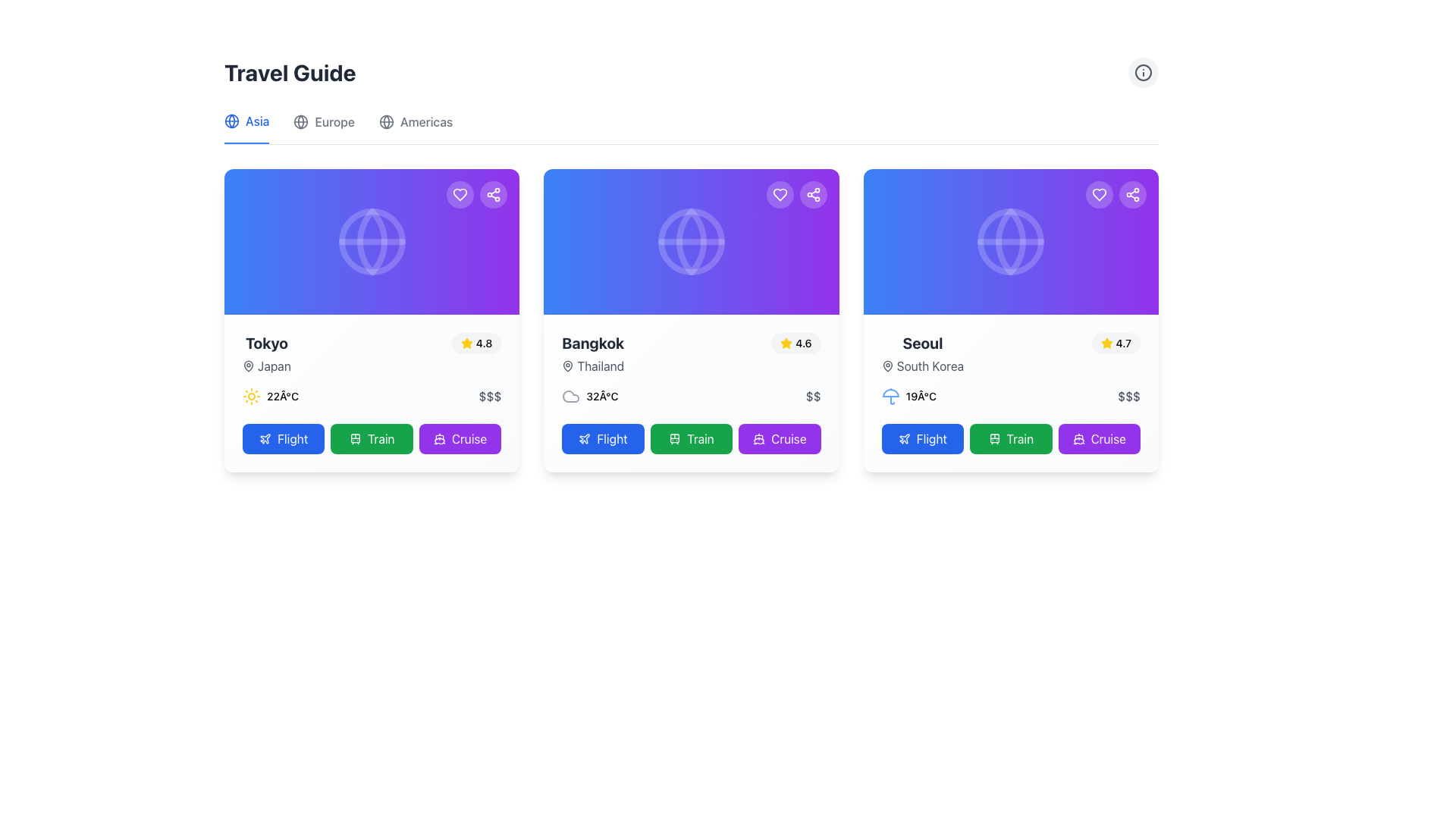 The height and width of the screenshot is (819, 1456). Describe the element at coordinates (812, 194) in the screenshot. I see `the share button located in the upper-right corner of the 'Bangkok' card` at that location.